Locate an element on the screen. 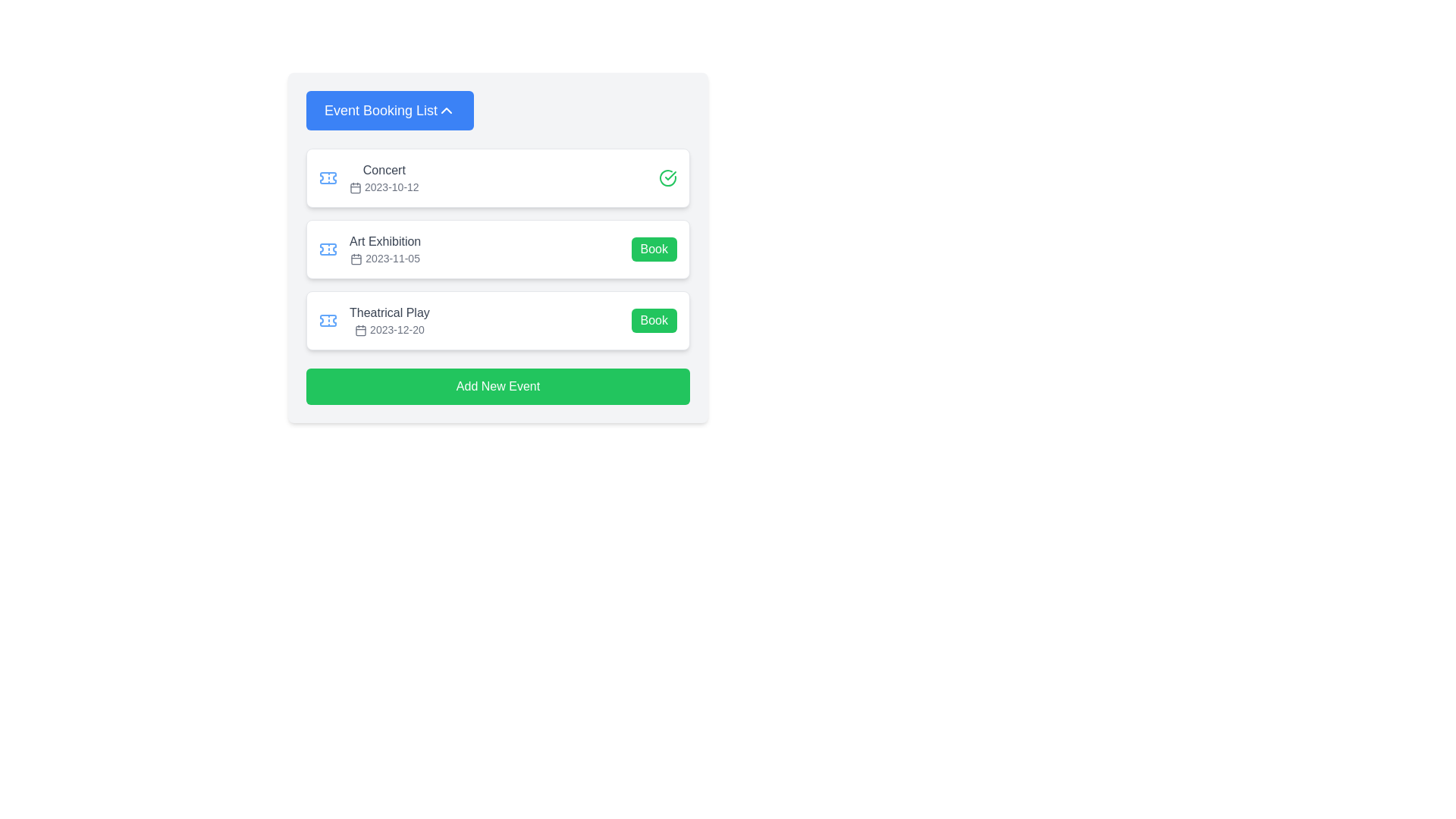 The image size is (1456, 819). the non-interactive text display component that shows details about the 'Theatrical Play', located in the third row of the 'Event Booking List' card layout is located at coordinates (389, 320).